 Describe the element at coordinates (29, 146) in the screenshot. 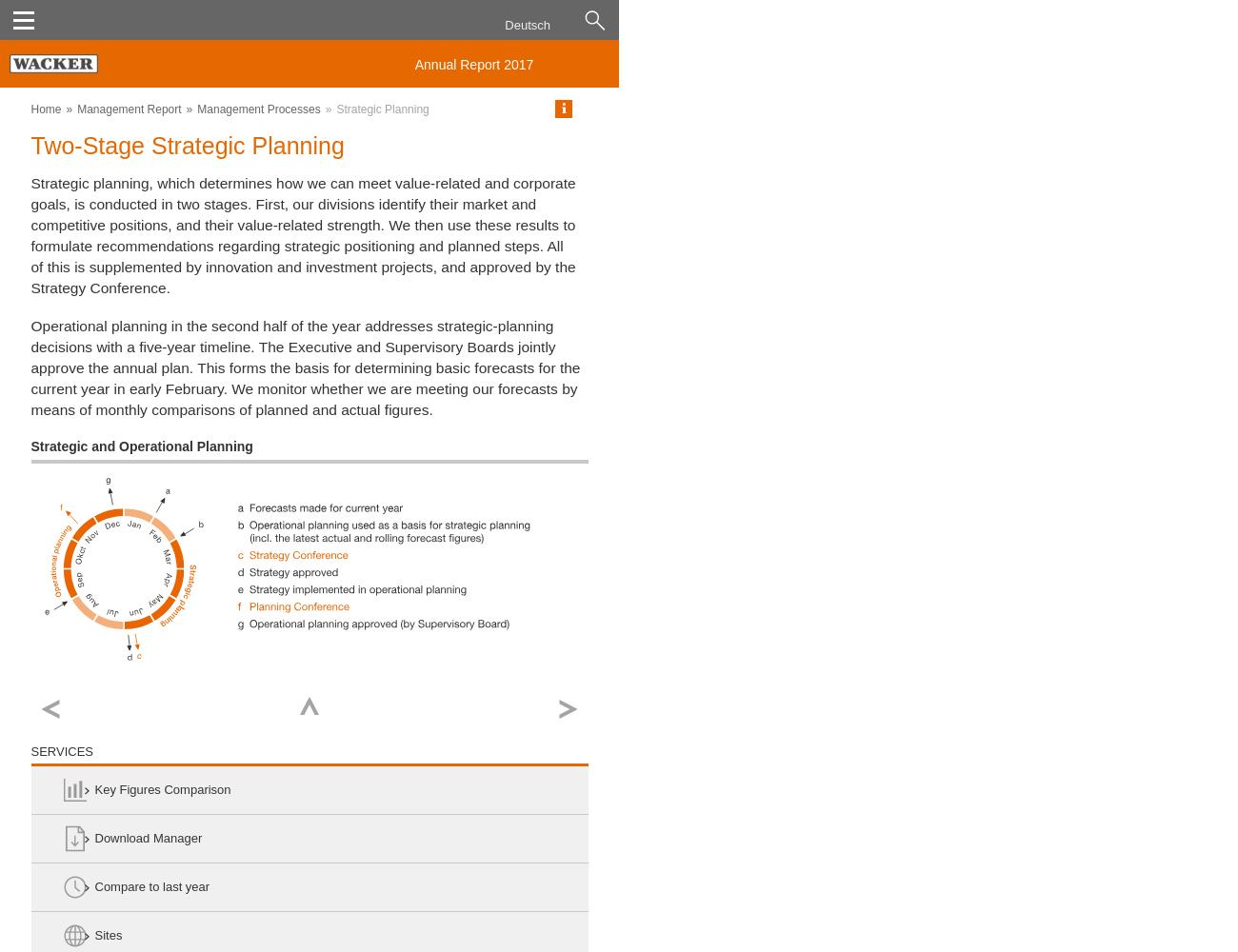

I see `'Two-Stage Strategic Planning'` at that location.